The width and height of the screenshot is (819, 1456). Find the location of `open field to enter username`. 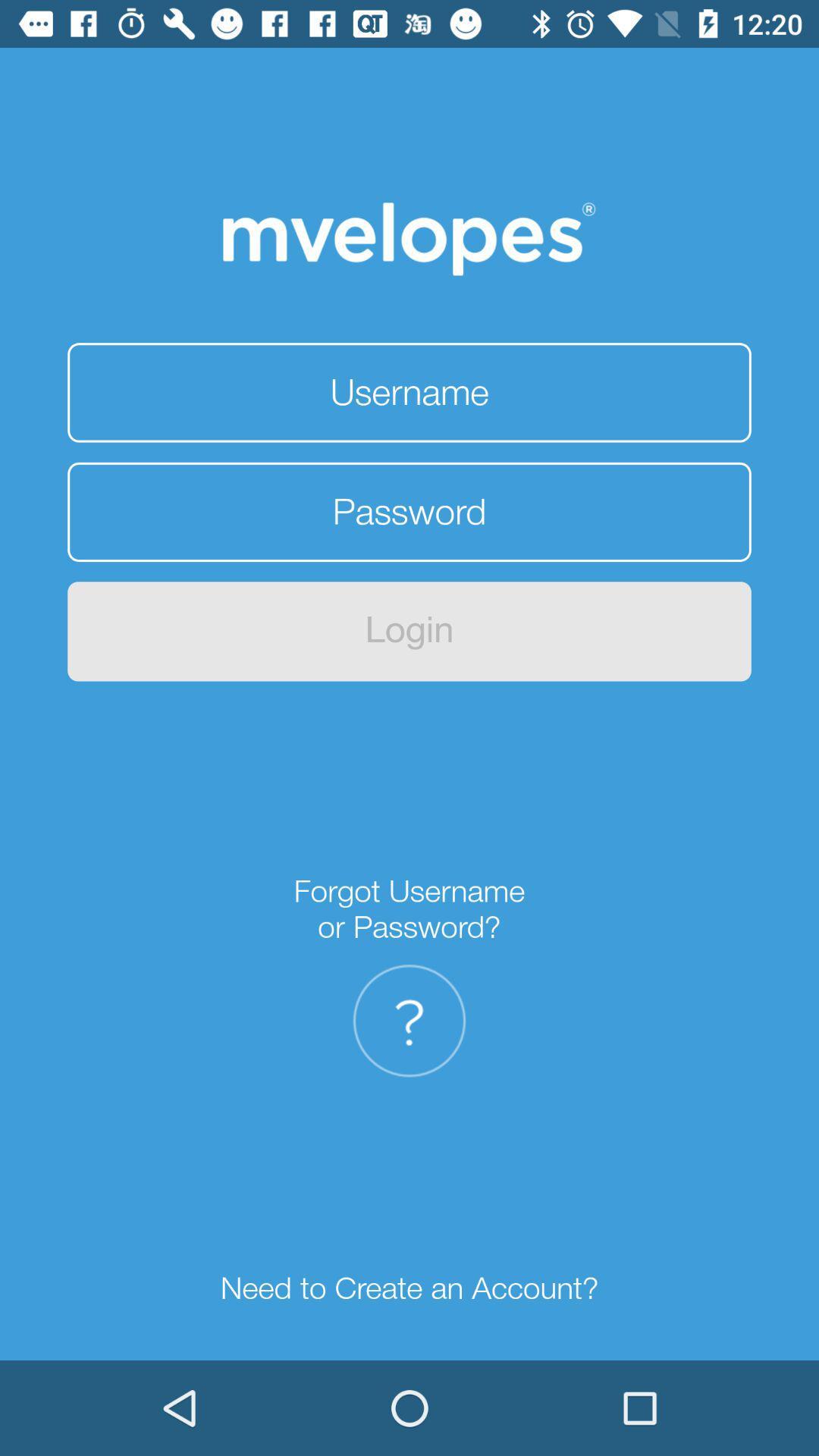

open field to enter username is located at coordinates (409, 392).